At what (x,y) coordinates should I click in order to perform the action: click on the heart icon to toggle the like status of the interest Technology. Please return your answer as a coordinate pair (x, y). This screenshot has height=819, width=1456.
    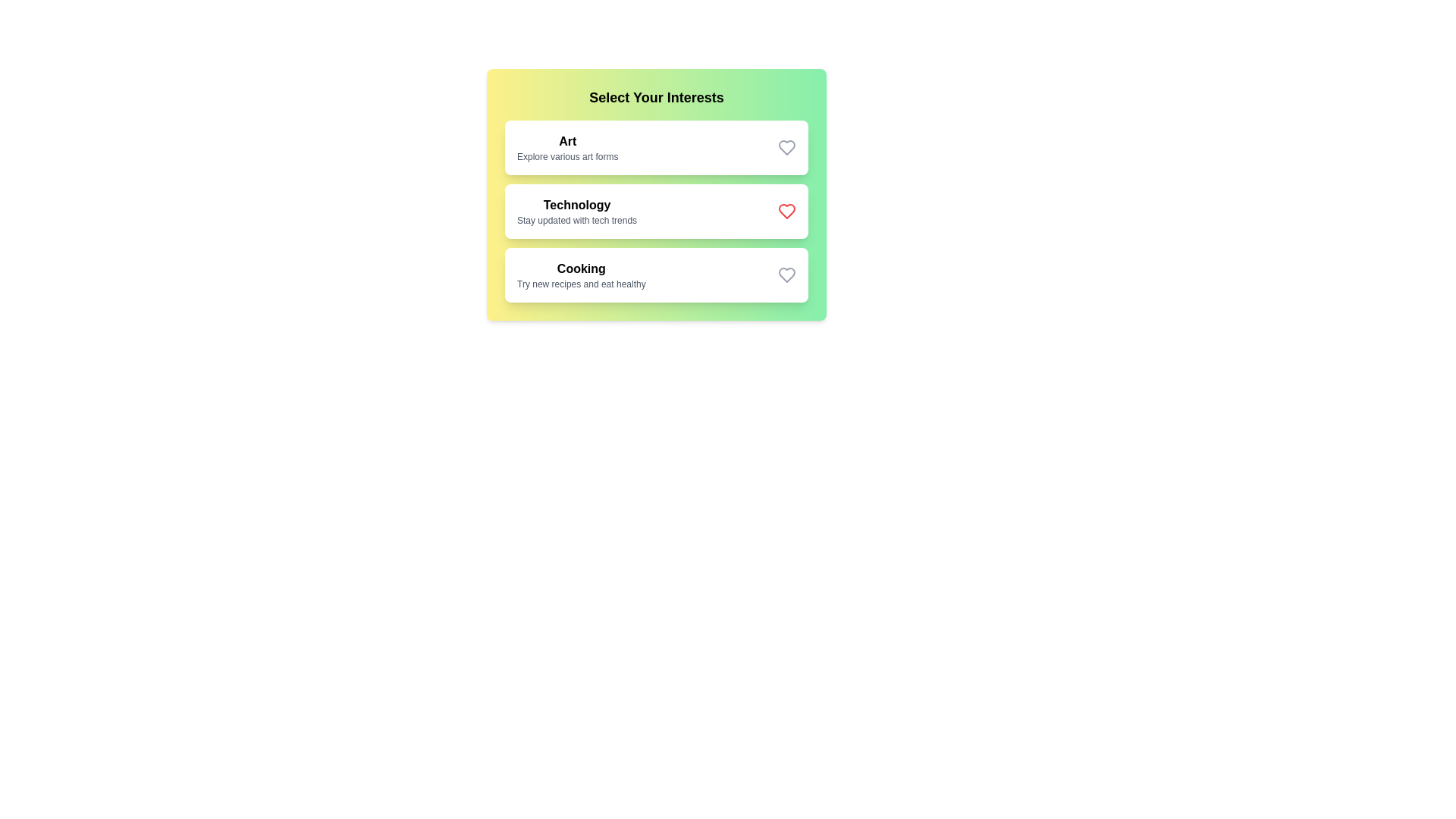
    Looking at the image, I should click on (786, 211).